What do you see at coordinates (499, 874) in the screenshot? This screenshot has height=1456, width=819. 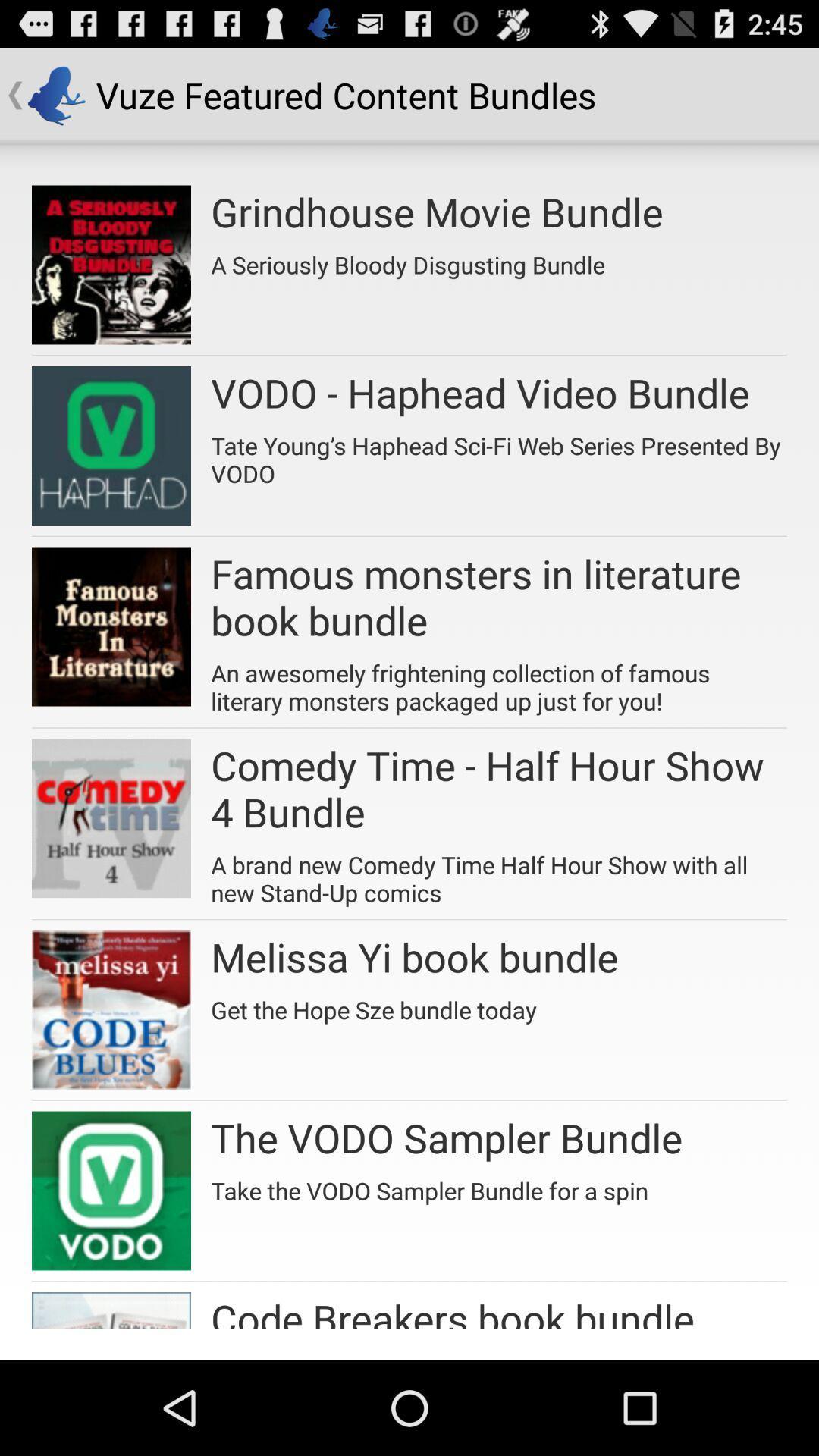 I see `the a brand new icon` at bounding box center [499, 874].